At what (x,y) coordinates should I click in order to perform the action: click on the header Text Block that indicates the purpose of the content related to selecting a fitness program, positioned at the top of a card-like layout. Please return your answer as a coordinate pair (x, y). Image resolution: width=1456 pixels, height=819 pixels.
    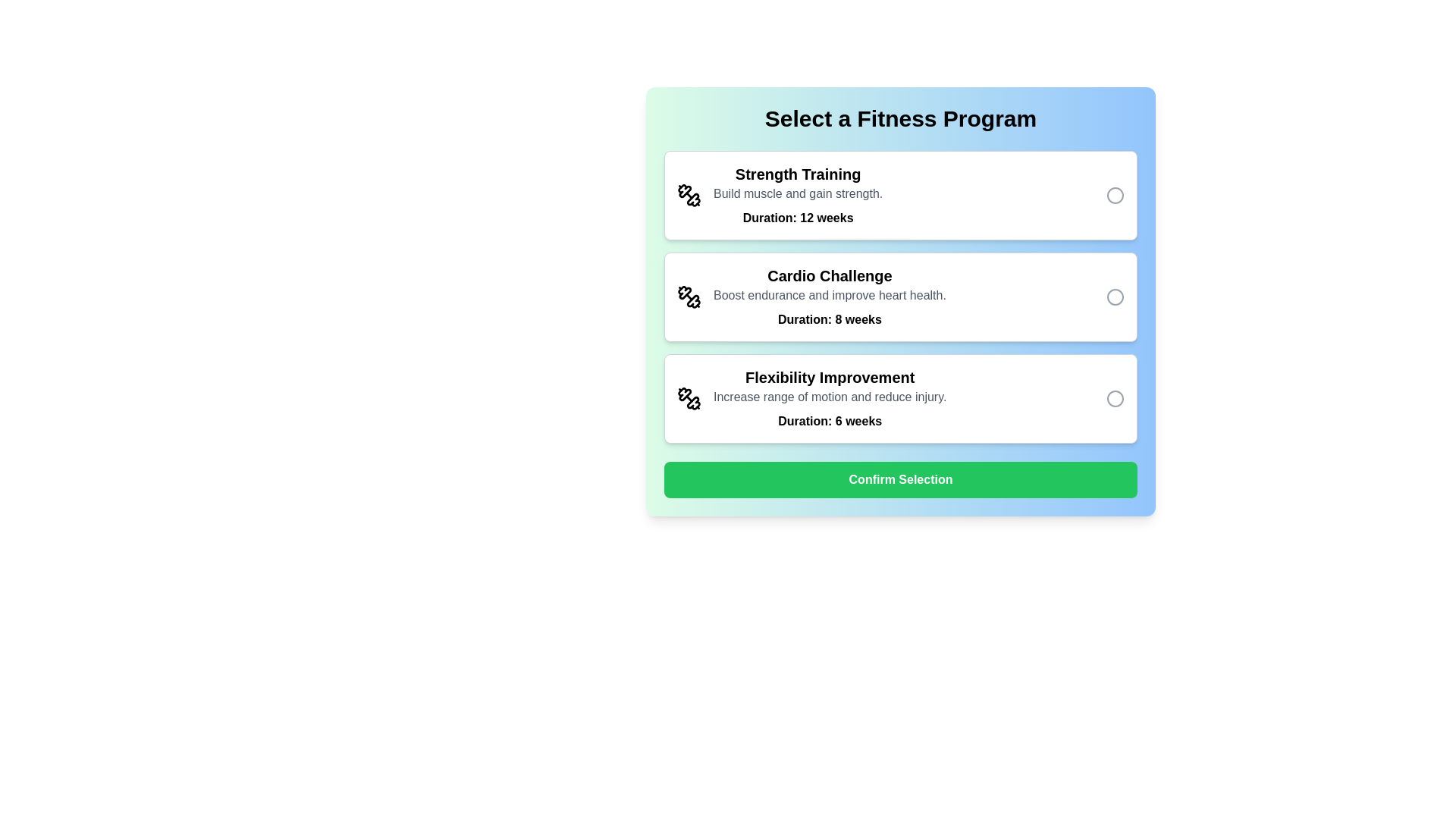
    Looking at the image, I should click on (901, 118).